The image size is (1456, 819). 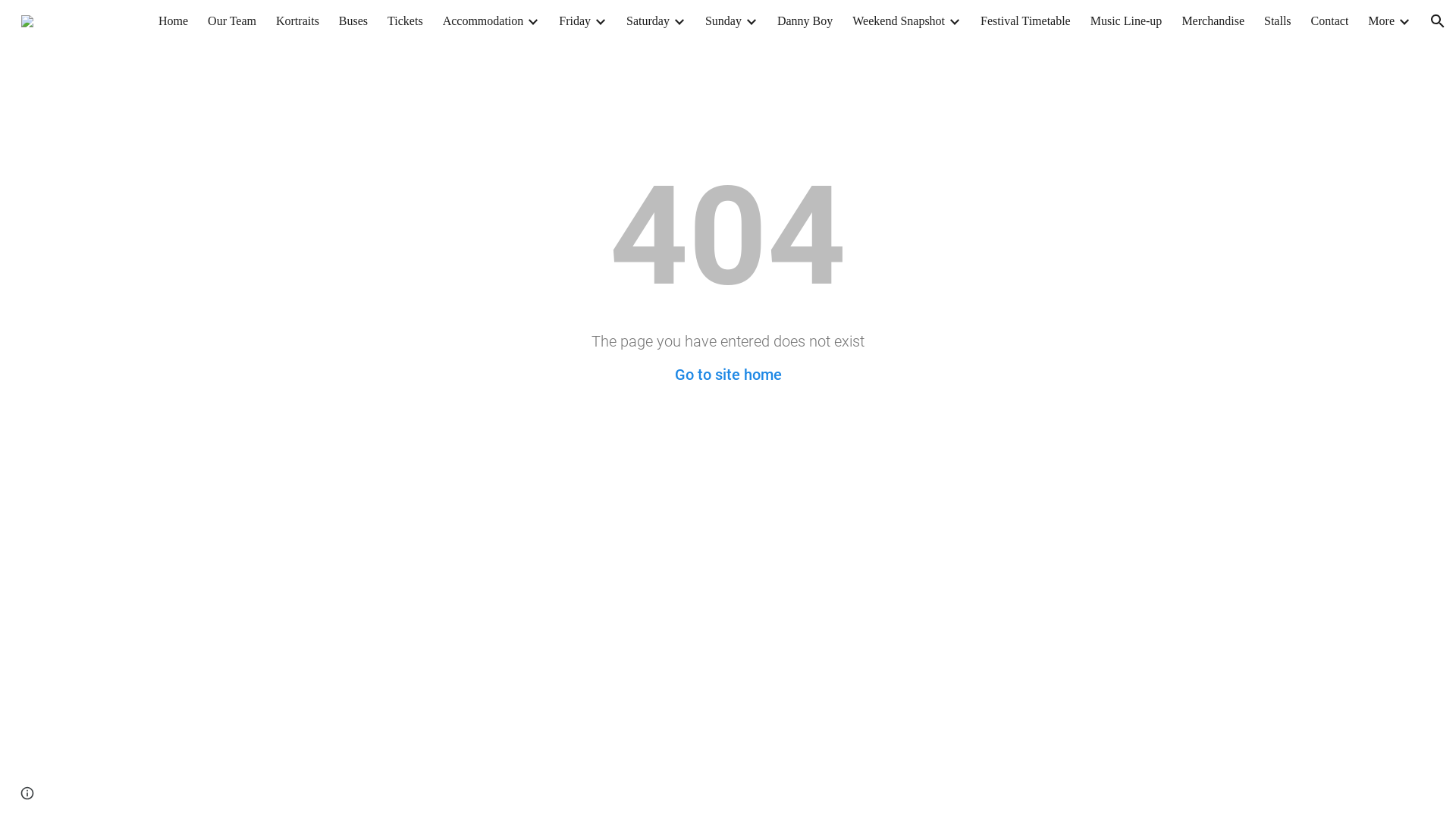 I want to click on 'Saturday', so click(x=648, y=20).